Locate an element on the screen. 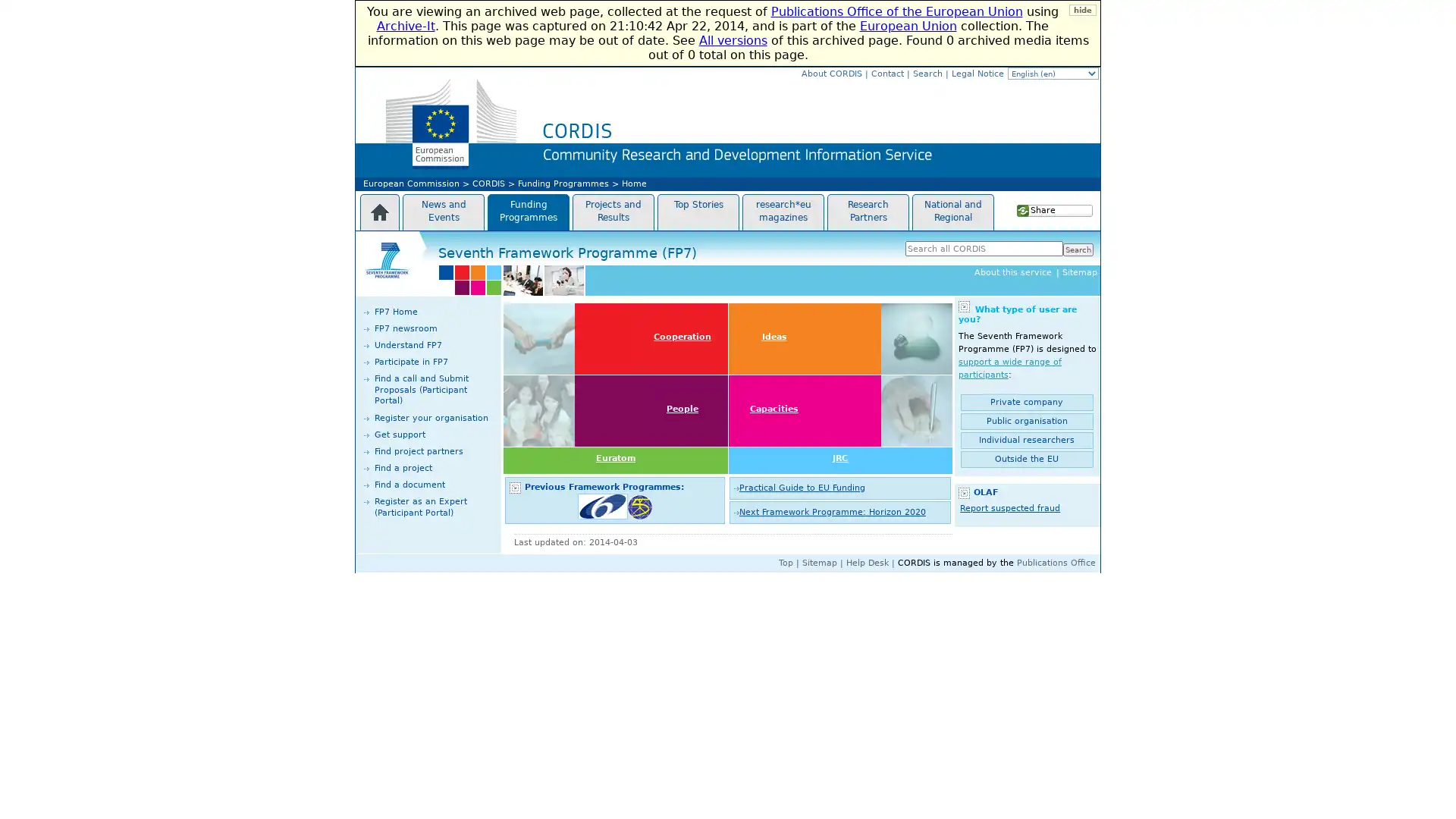 The image size is (1456, 819). Search is located at coordinates (1076, 248).